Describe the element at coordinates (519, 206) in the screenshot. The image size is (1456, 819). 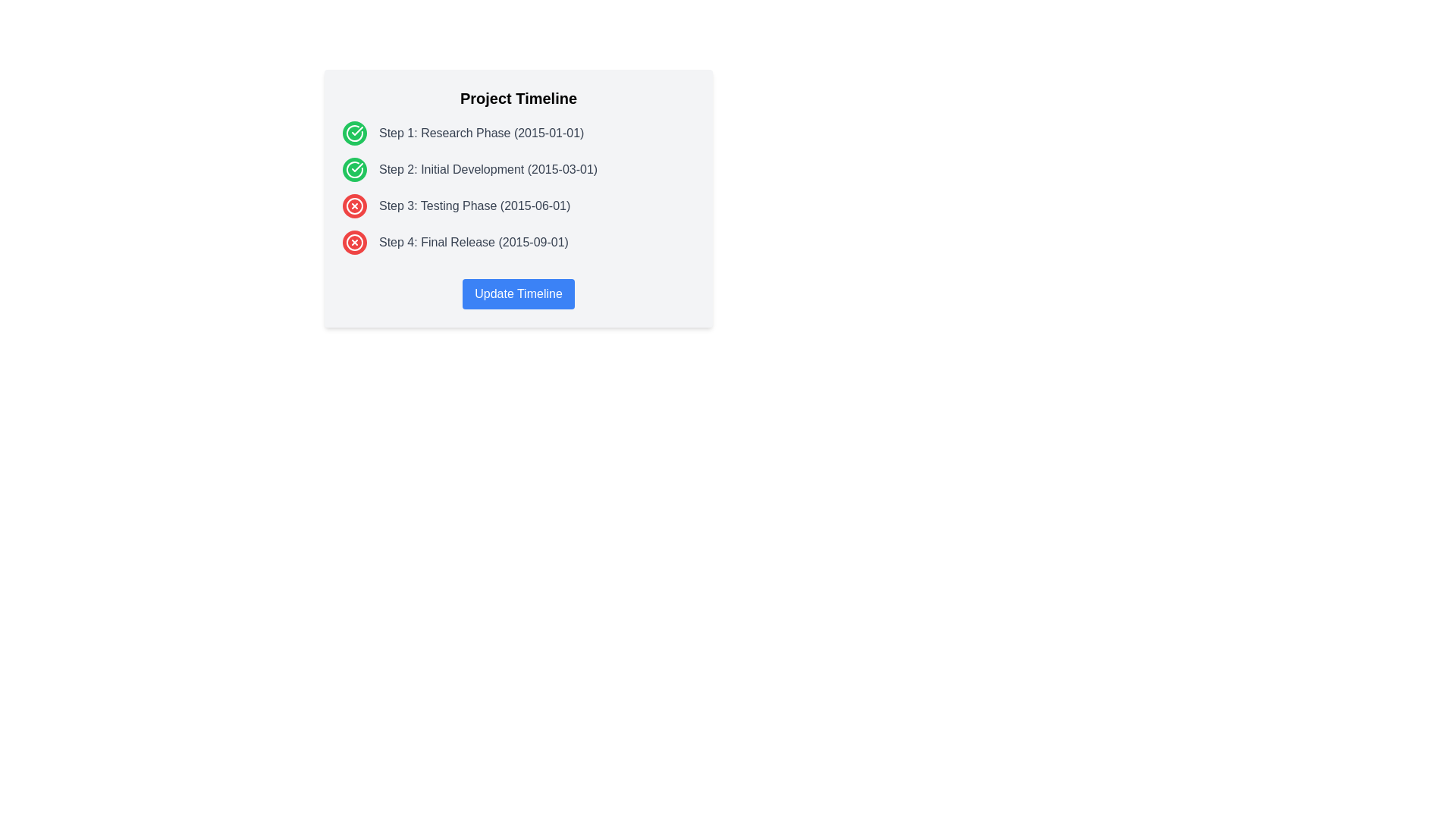
I see `the Text with Icon element representing 'Step 3: Testing Phase (2015-06-01)', which includes a red circular icon with an 'X' on the left and gray styled text on the right, positioned in a vertically aligned sequence` at that location.